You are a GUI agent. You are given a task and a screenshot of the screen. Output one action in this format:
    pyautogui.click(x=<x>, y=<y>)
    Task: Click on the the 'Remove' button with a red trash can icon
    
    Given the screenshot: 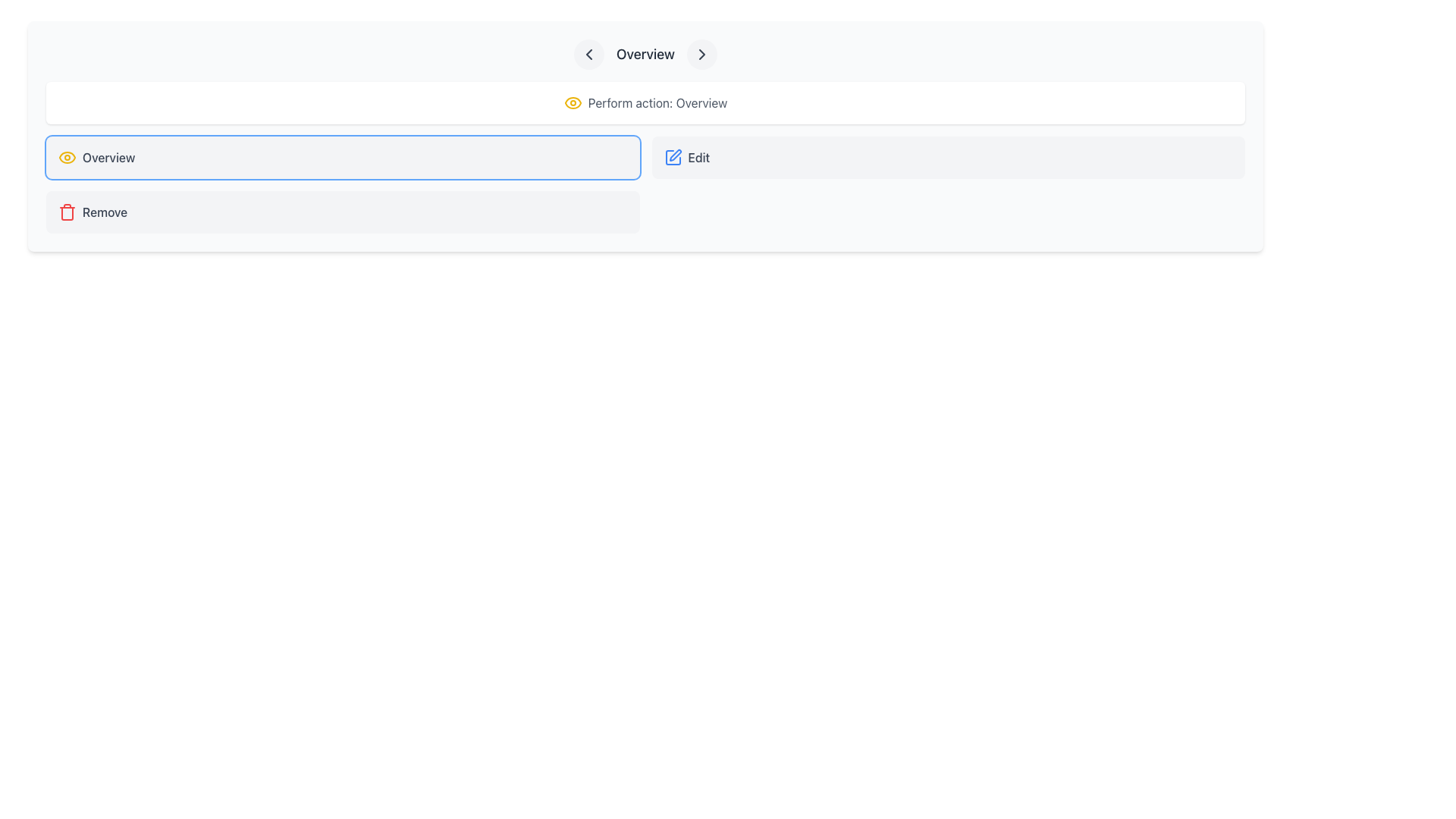 What is the action you would take?
    pyautogui.click(x=342, y=212)
    